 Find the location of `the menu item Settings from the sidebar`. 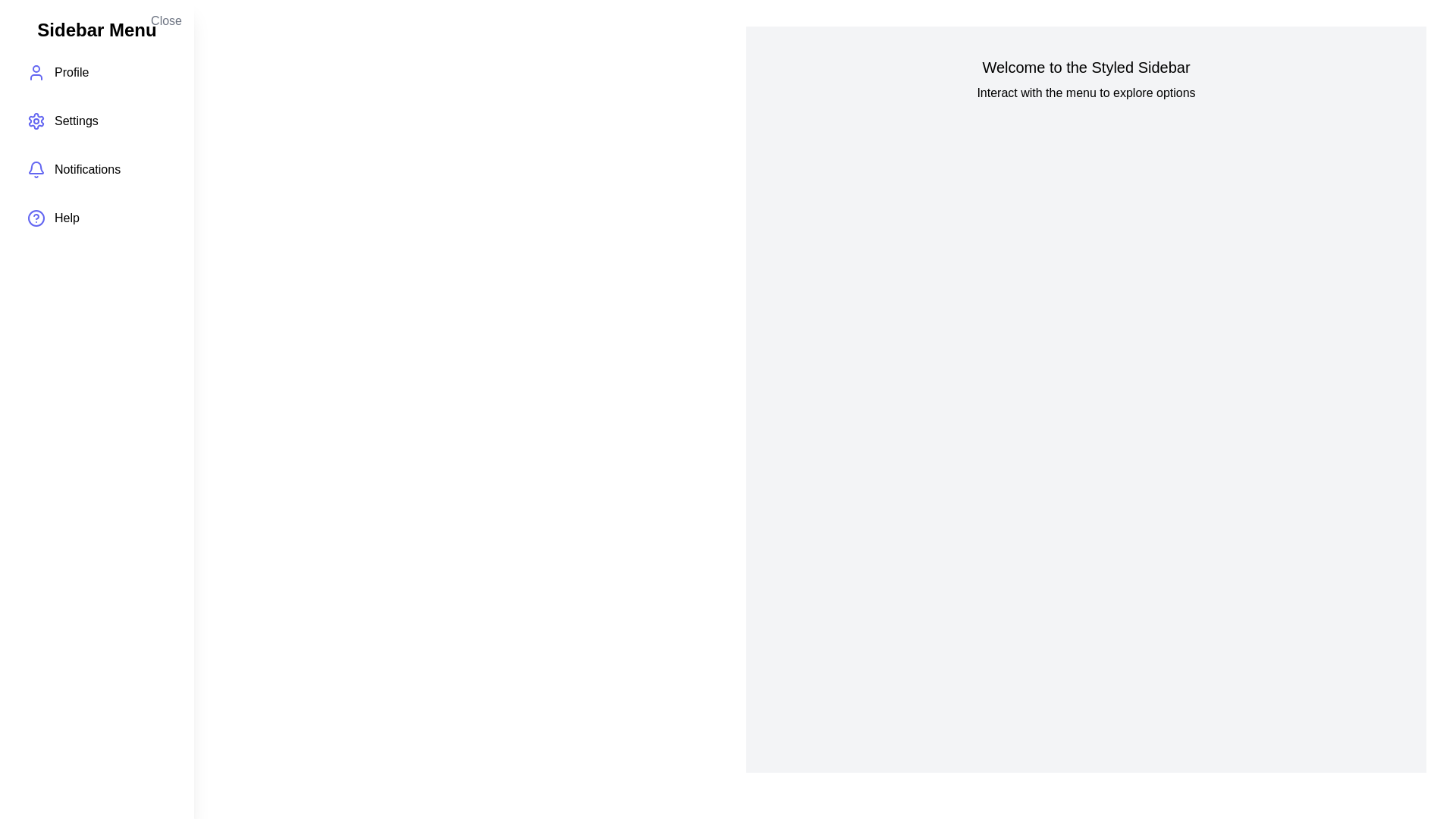

the menu item Settings from the sidebar is located at coordinates (96, 120).